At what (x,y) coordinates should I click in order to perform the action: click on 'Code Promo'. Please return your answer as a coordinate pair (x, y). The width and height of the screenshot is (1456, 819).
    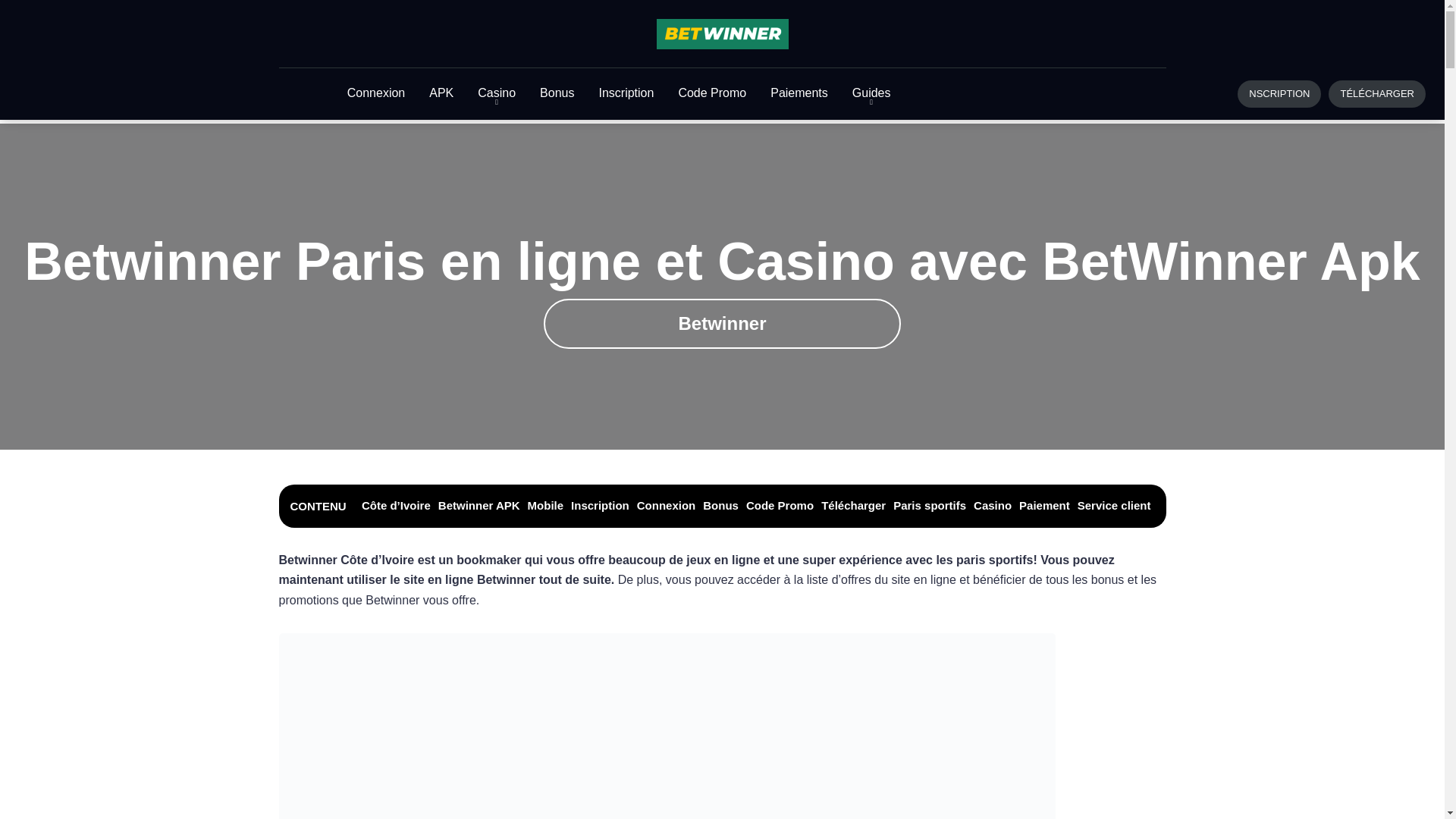
    Looking at the image, I should click on (780, 505).